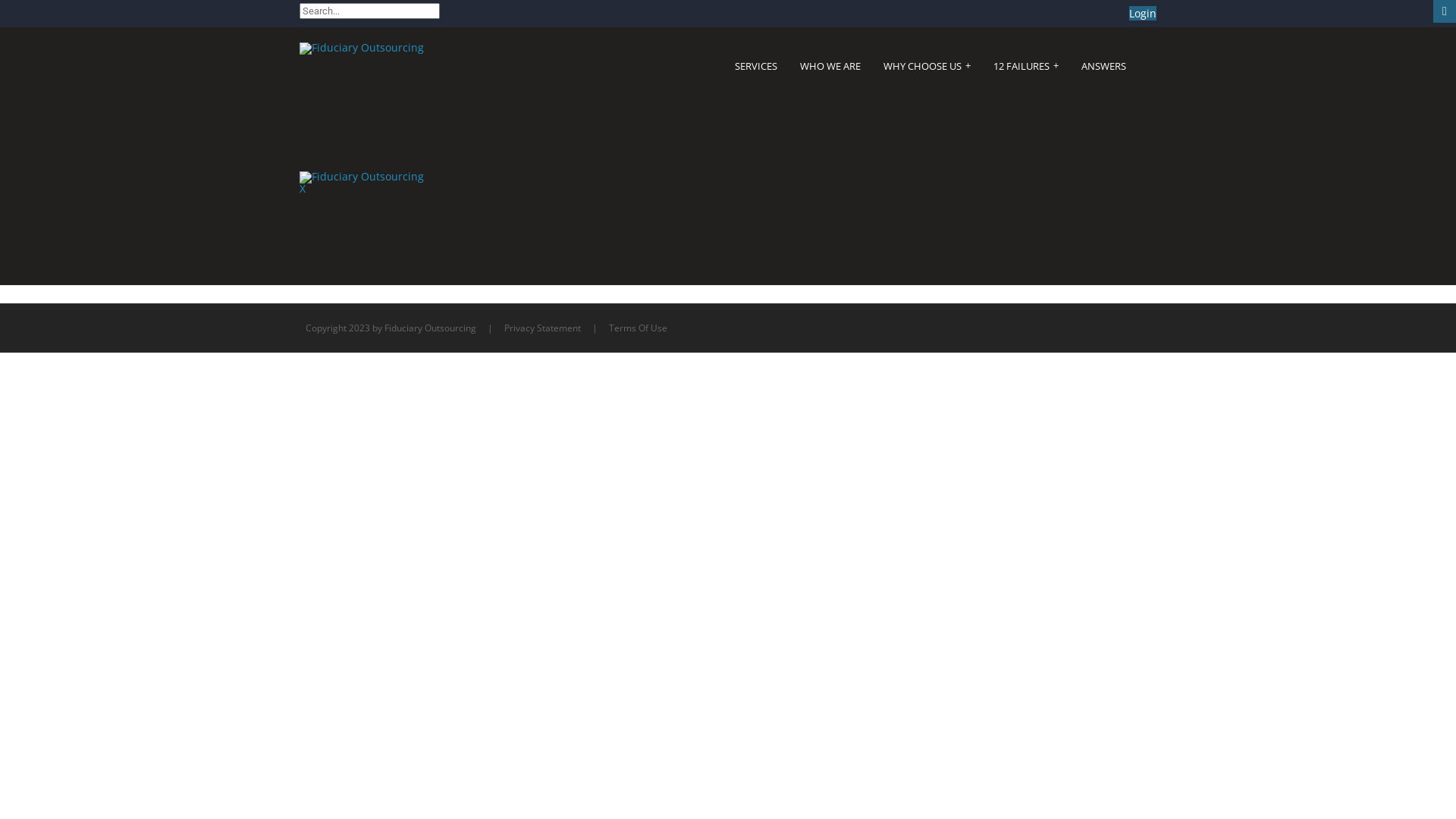 The height and width of the screenshot is (819, 1456). What do you see at coordinates (1103, 65) in the screenshot?
I see `'ANSWERS'` at bounding box center [1103, 65].